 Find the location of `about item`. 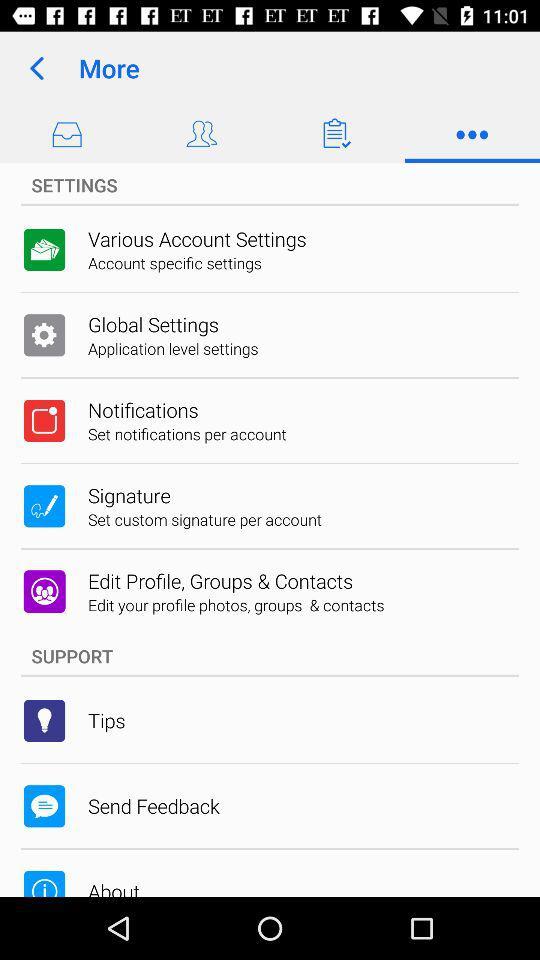

about item is located at coordinates (113, 886).